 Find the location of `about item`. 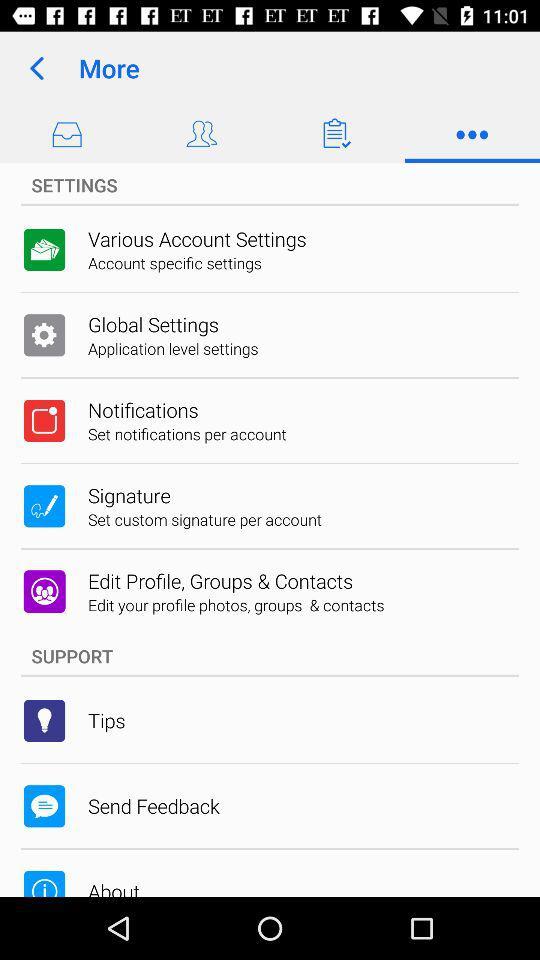

about item is located at coordinates (113, 886).